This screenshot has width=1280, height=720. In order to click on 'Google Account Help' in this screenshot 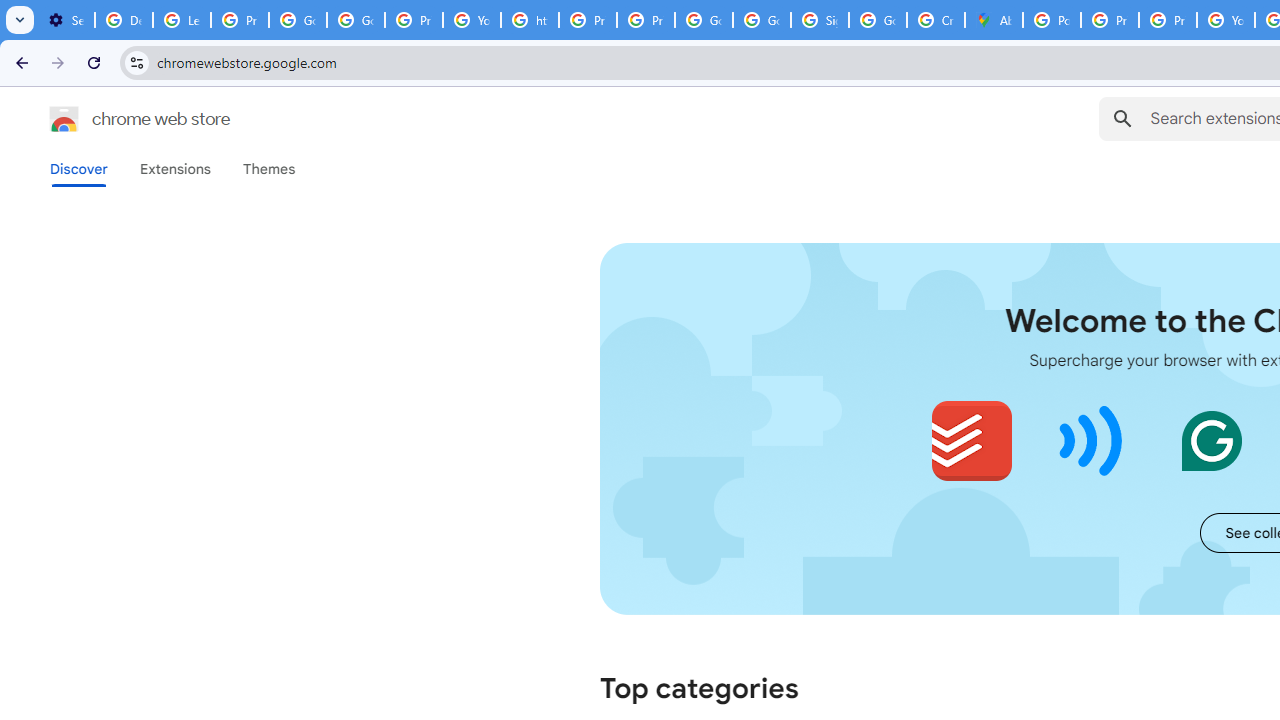, I will do `click(296, 20)`.